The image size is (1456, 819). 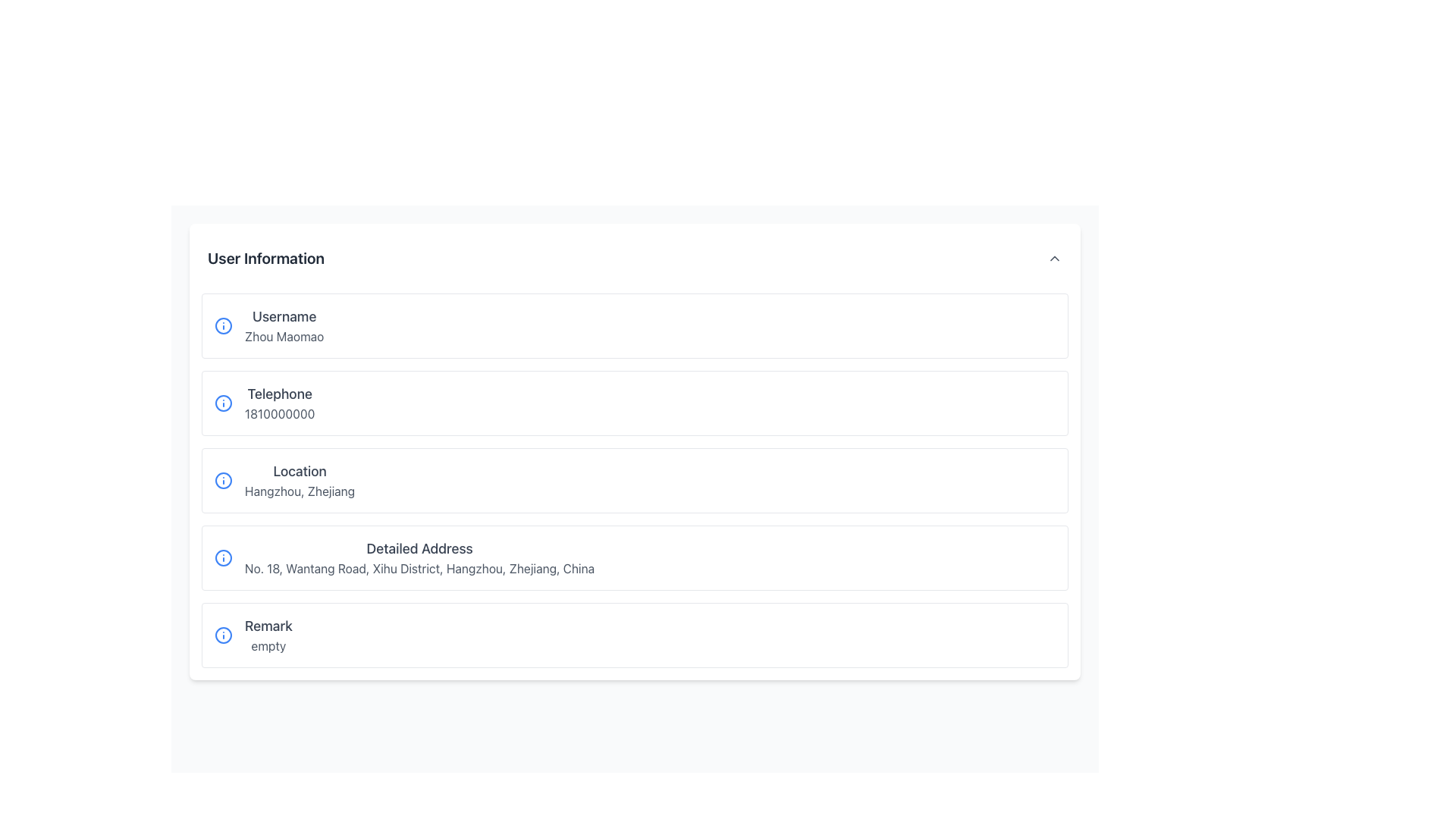 What do you see at coordinates (280, 394) in the screenshot?
I see `the 'Telephone' text label, which is a medium-sized, bold, gray font, positioned above the number '1810000000' in the user information section` at bounding box center [280, 394].